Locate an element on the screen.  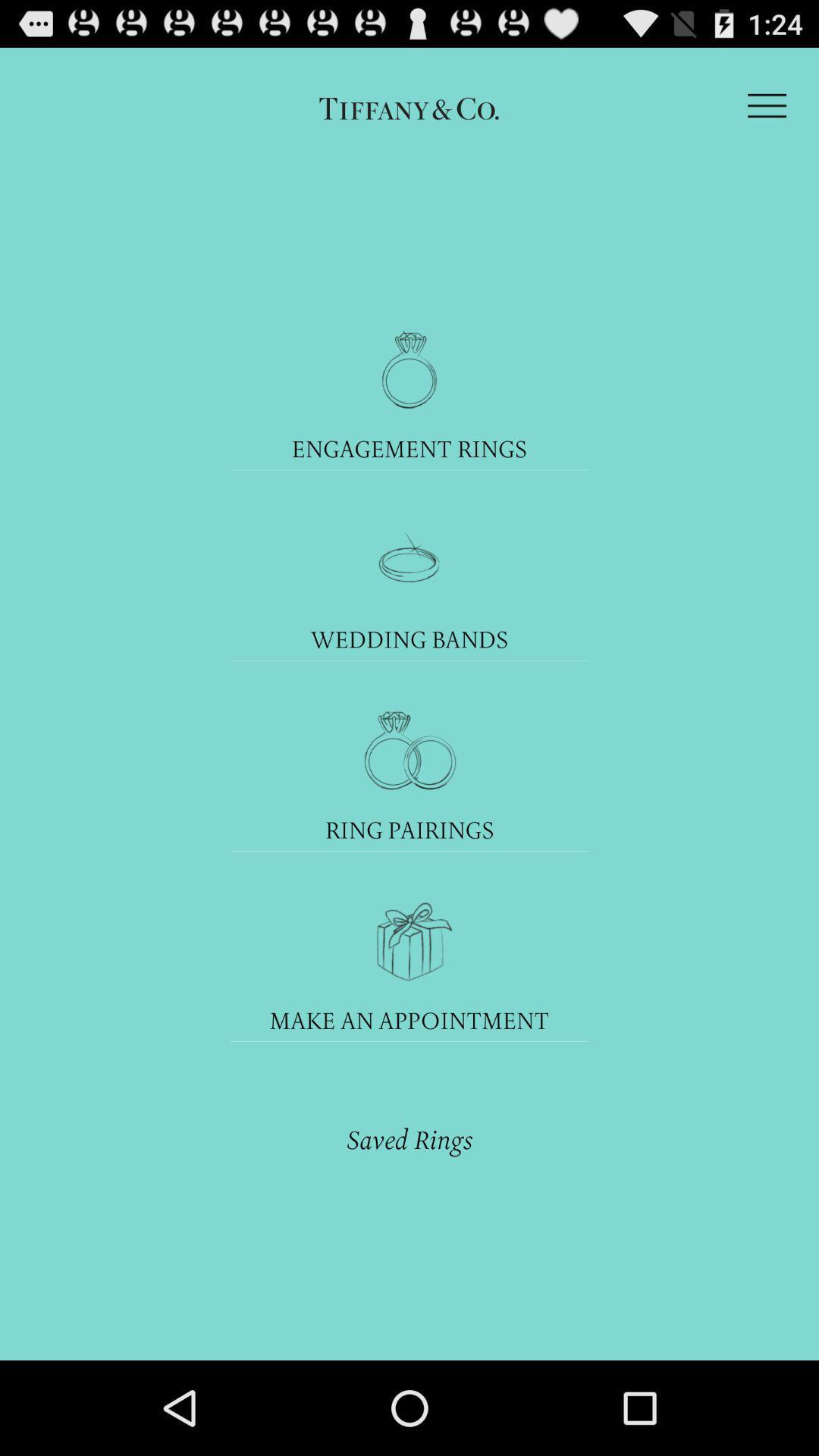
saved rings item is located at coordinates (409, 1139).